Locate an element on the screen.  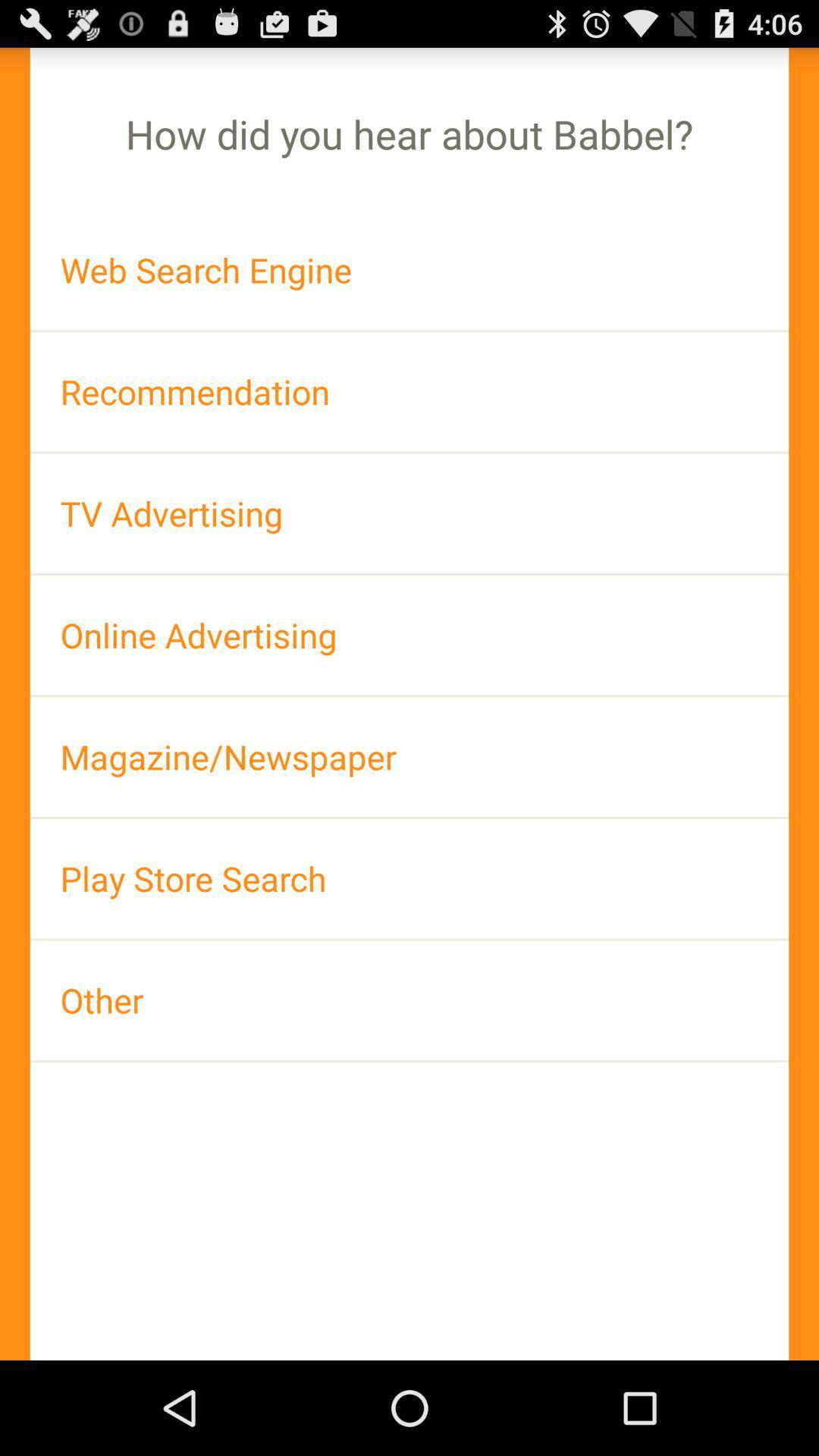
online advertising item is located at coordinates (409, 635).